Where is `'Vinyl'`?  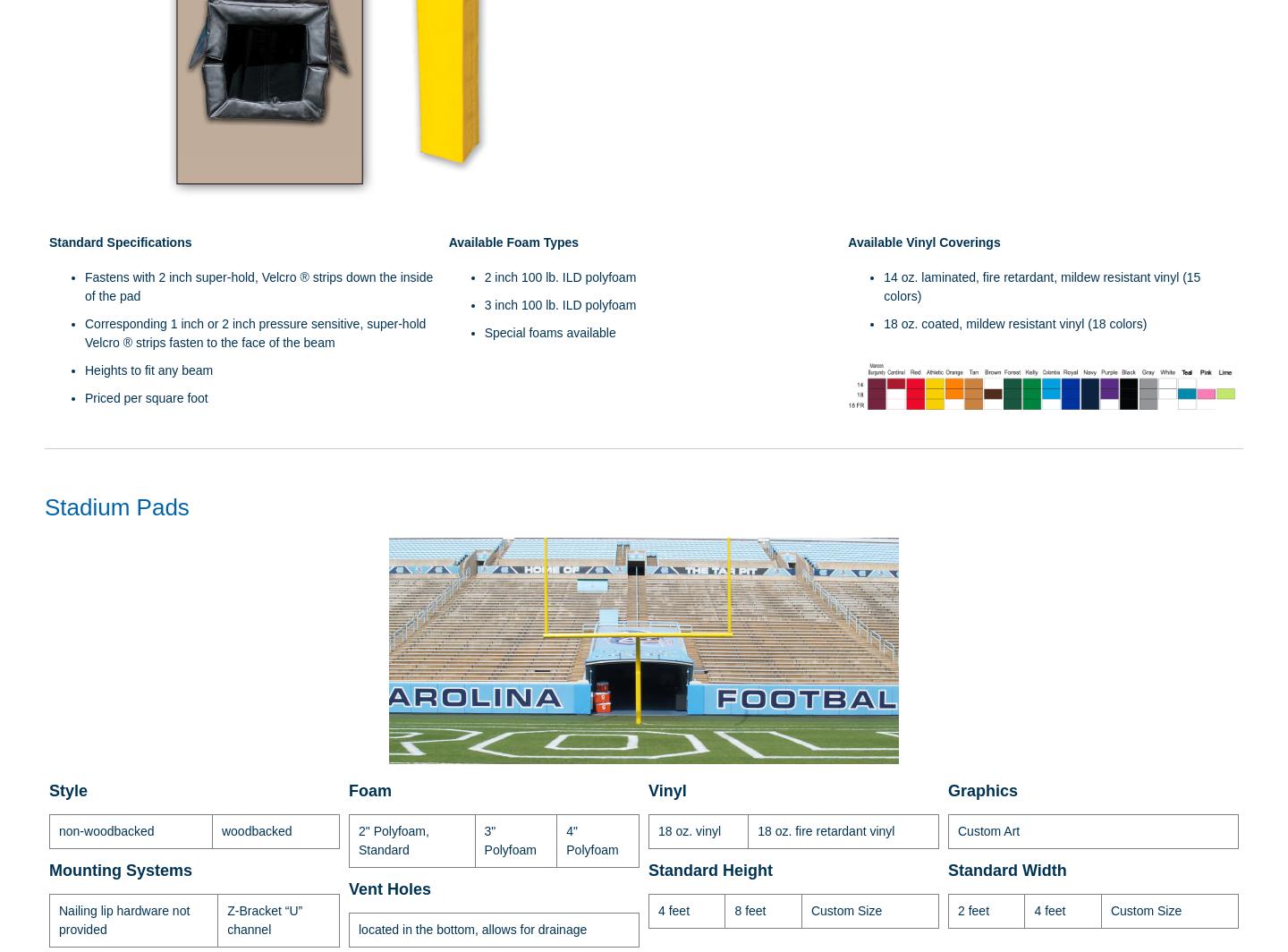
'Vinyl' is located at coordinates (666, 790).